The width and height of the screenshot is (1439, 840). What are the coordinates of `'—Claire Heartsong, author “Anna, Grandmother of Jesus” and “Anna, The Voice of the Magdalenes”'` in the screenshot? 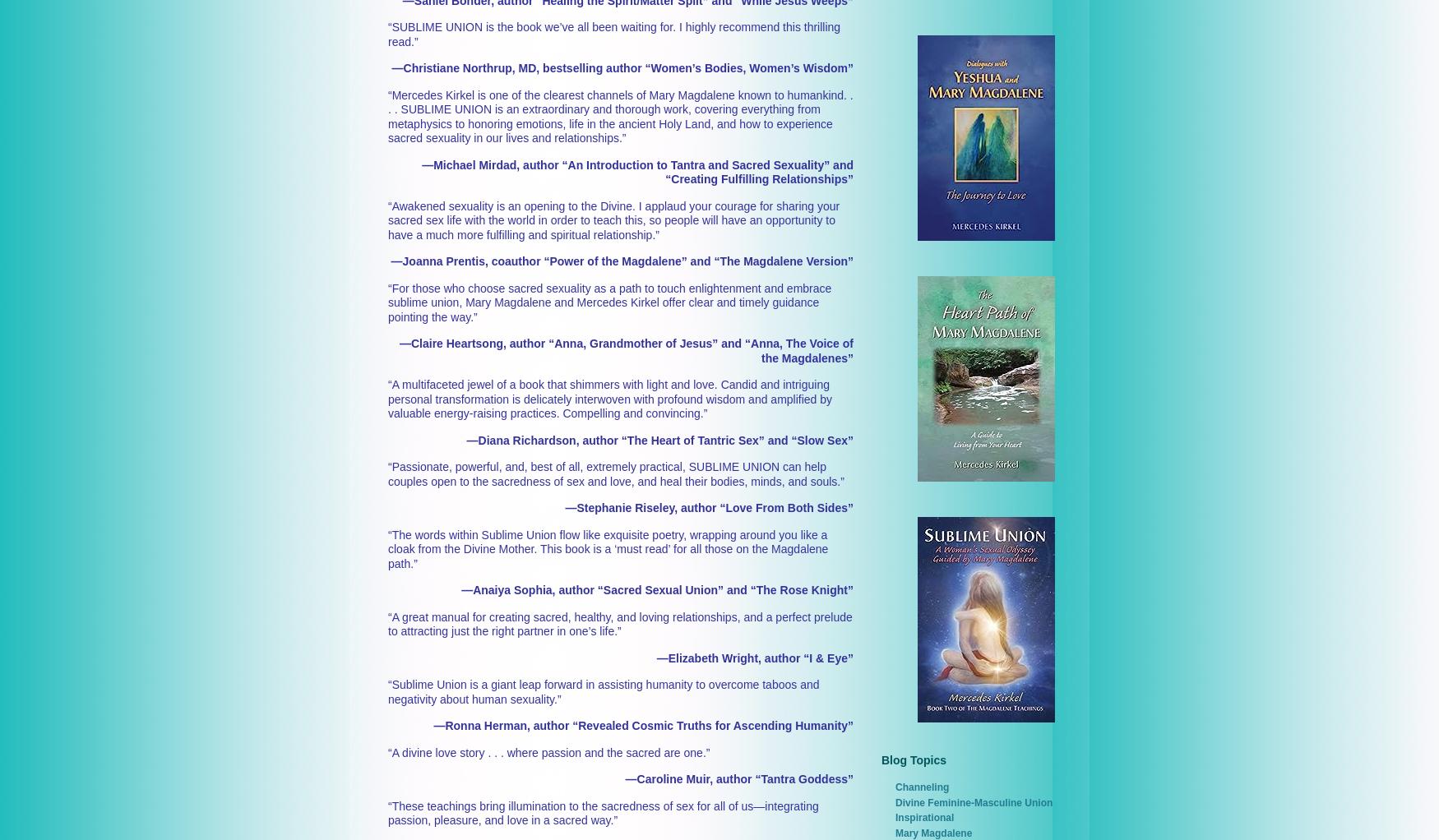 It's located at (625, 350).